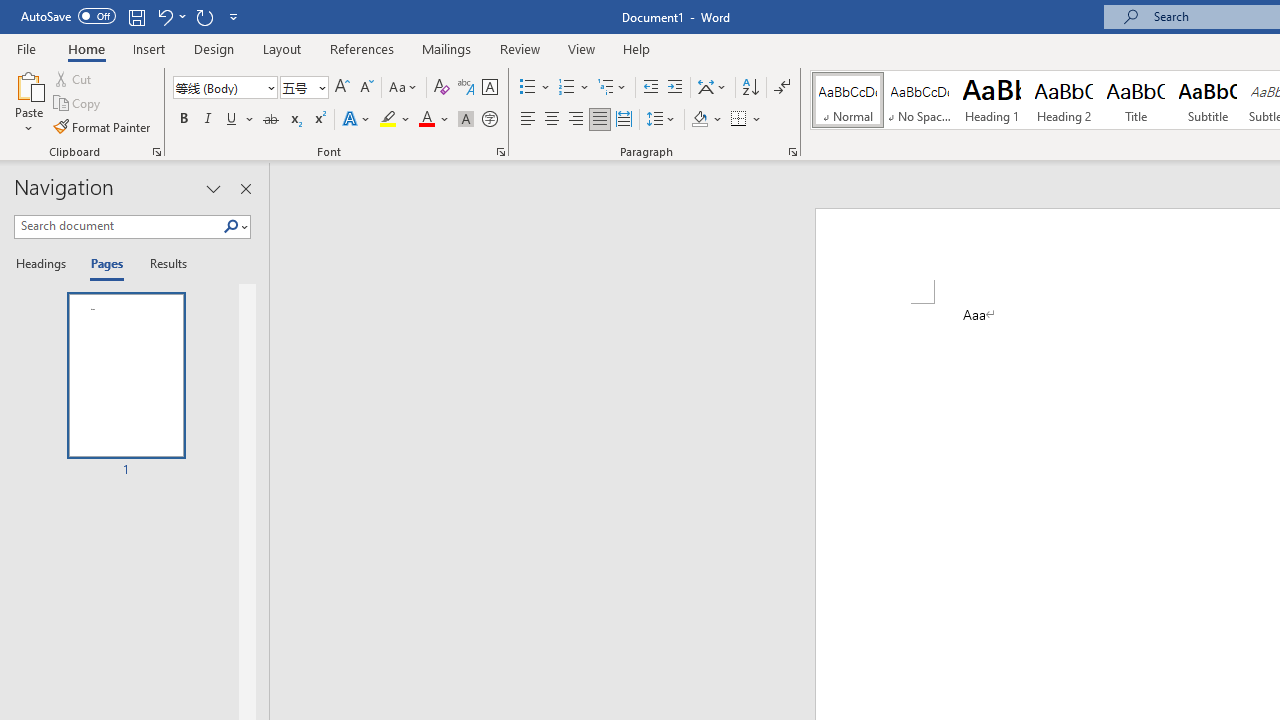 The height and width of the screenshot is (720, 1280). I want to click on 'Font Color Red', so click(425, 119).